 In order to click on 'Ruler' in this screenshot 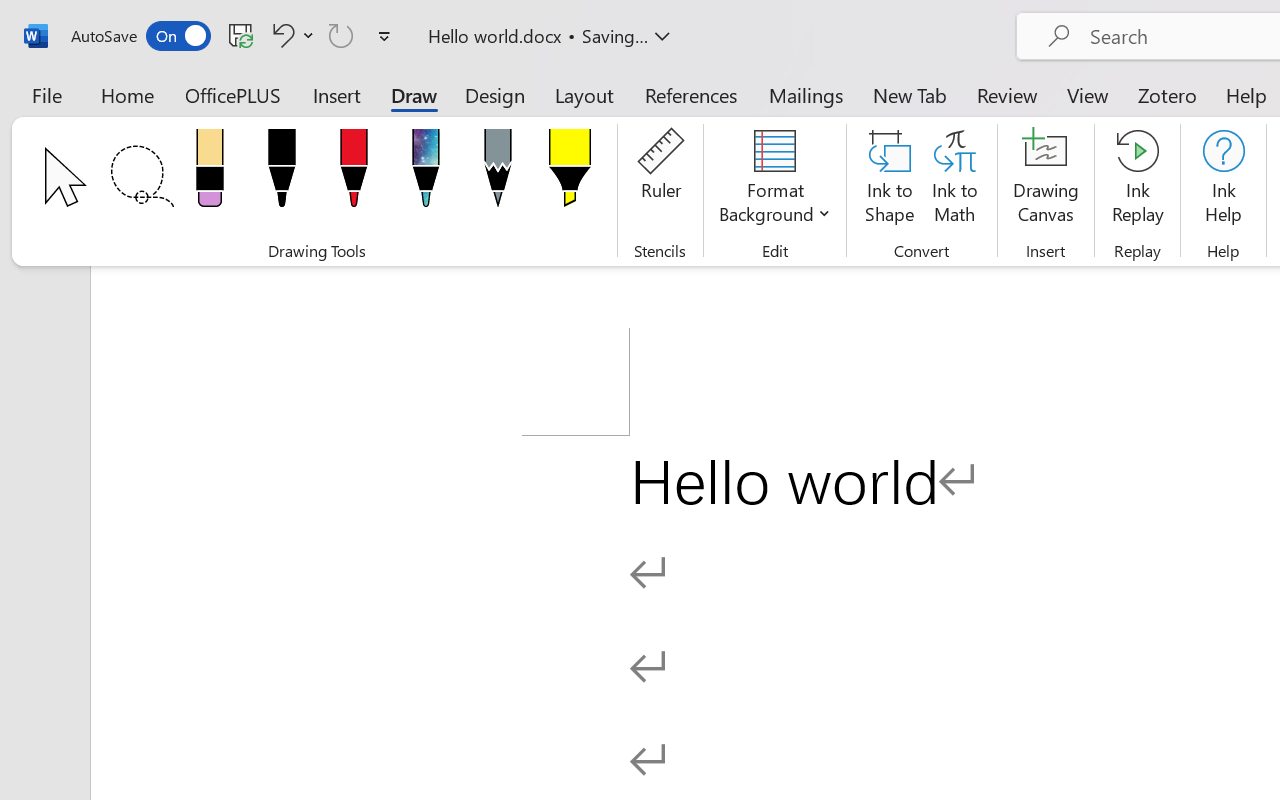, I will do `click(661, 179)`.